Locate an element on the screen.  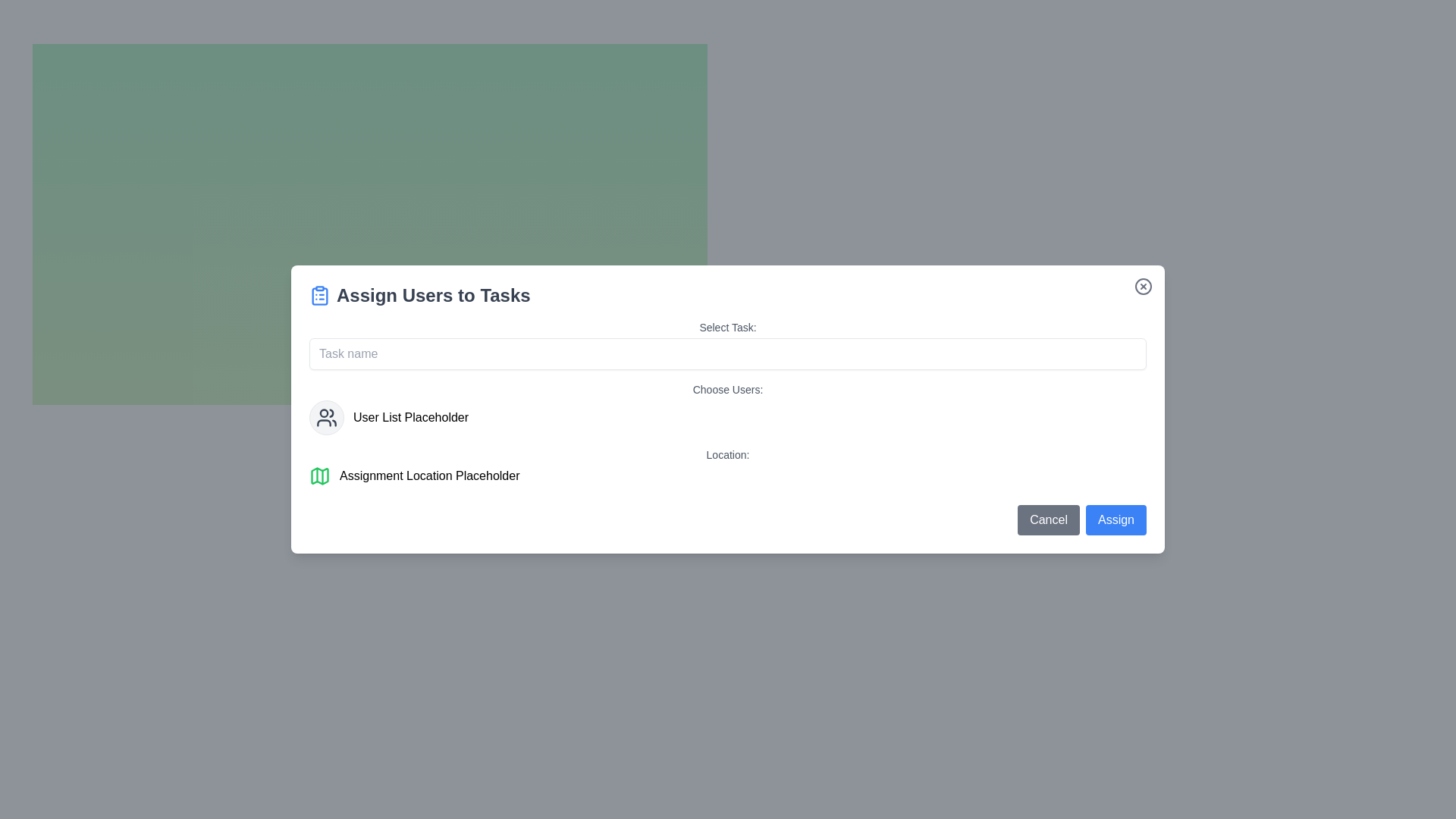
the task management feature icon located to the left of the 'Assign Users to Tasks' text in the header area is located at coordinates (319, 295).